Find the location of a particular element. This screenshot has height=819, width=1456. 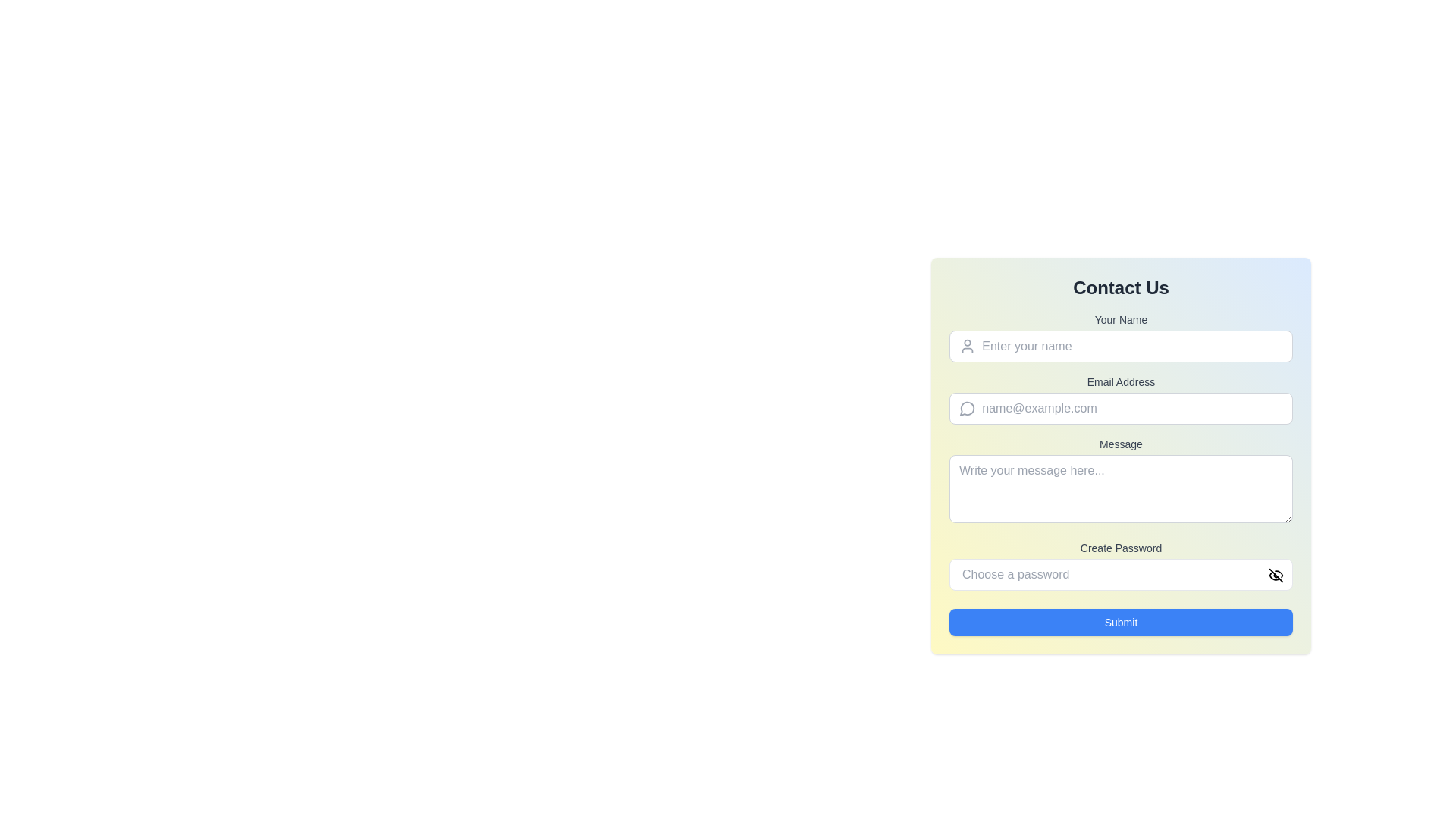

the email input field in the 'Contact Us' form is located at coordinates (1132, 408).